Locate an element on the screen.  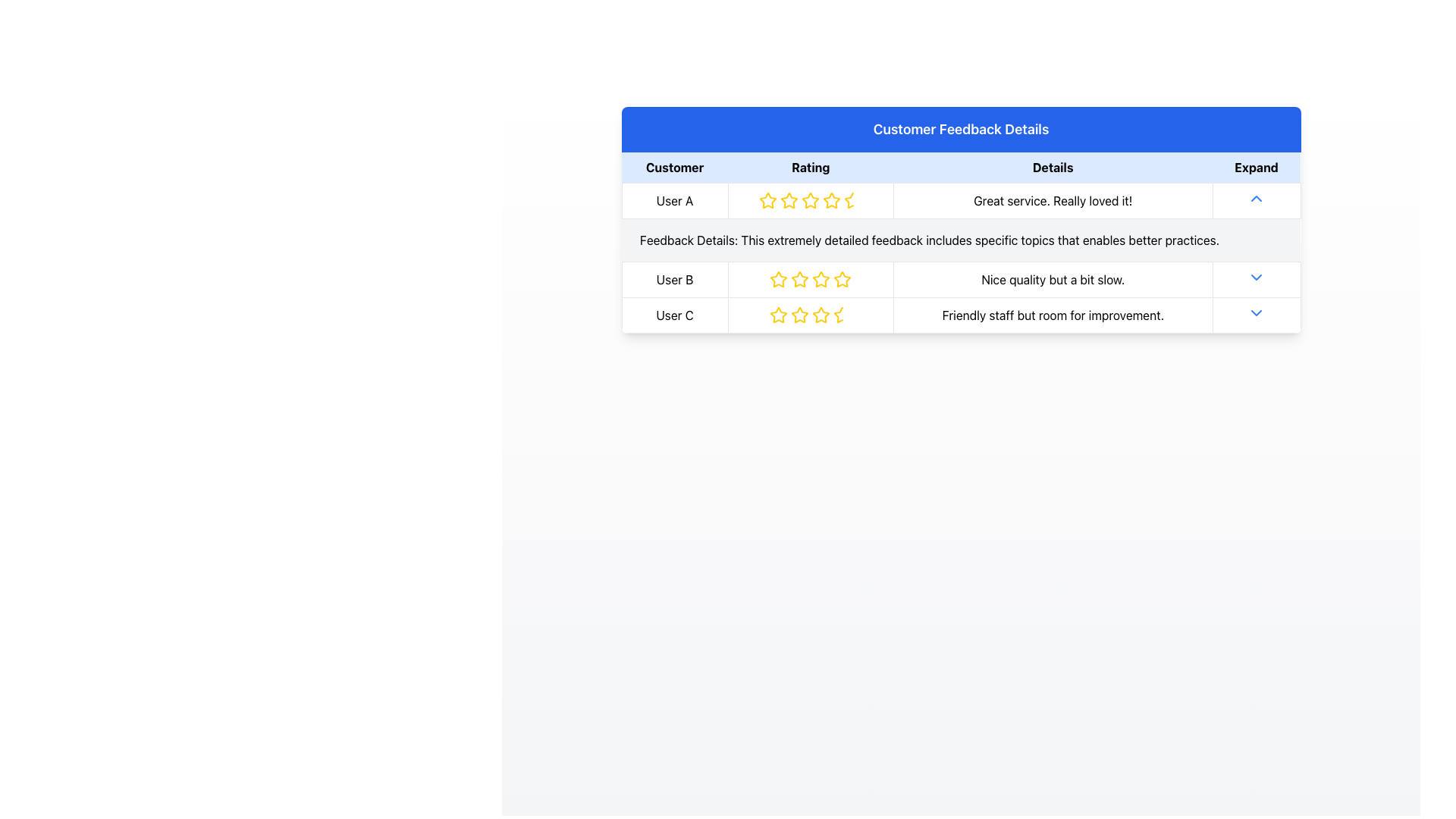
the 'Customer' column header text label in the table, which is the first item in the header row and positioned on the left side adjacent to the 'Rating' header is located at coordinates (674, 168).